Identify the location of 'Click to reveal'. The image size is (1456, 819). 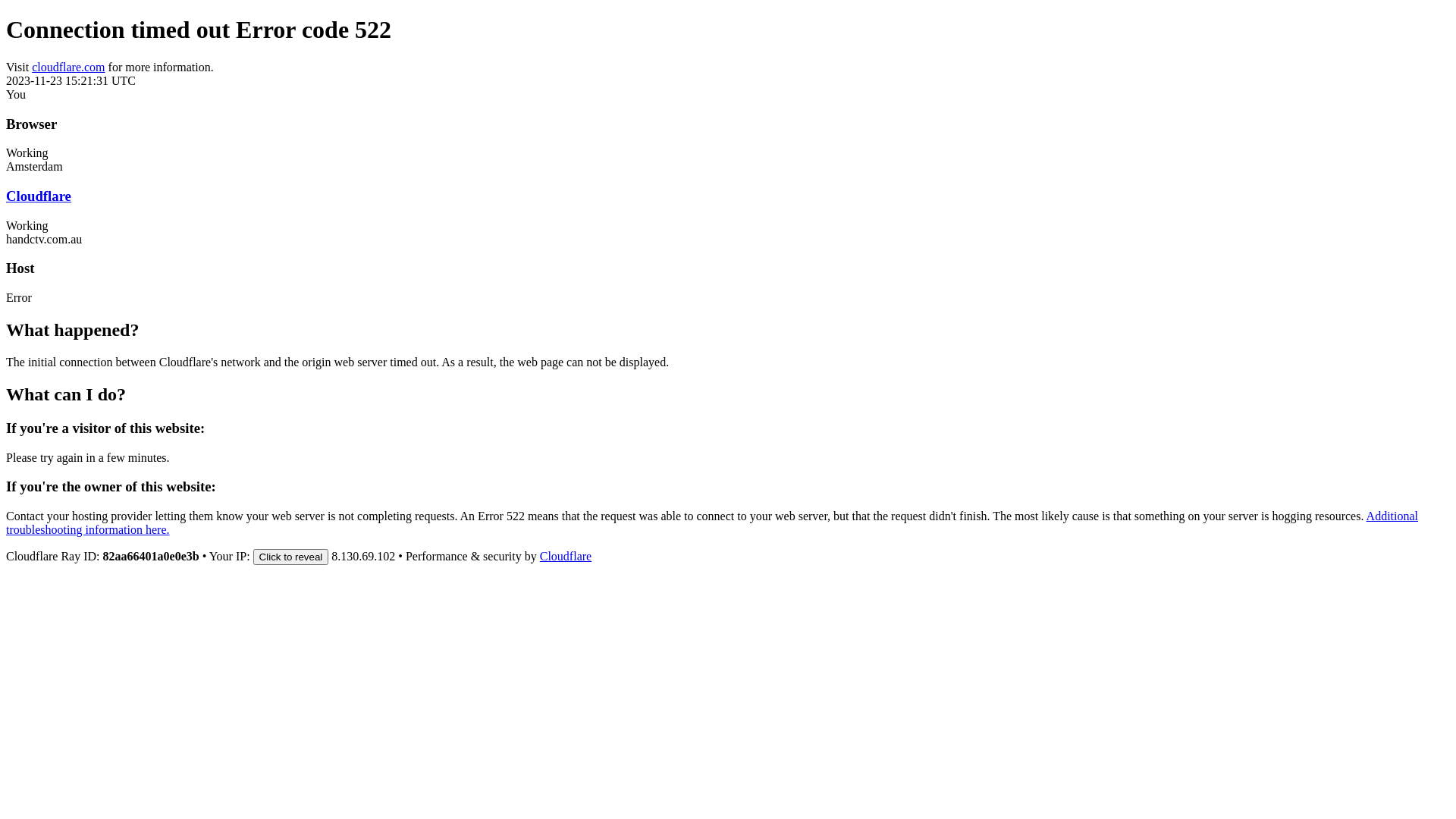
(291, 557).